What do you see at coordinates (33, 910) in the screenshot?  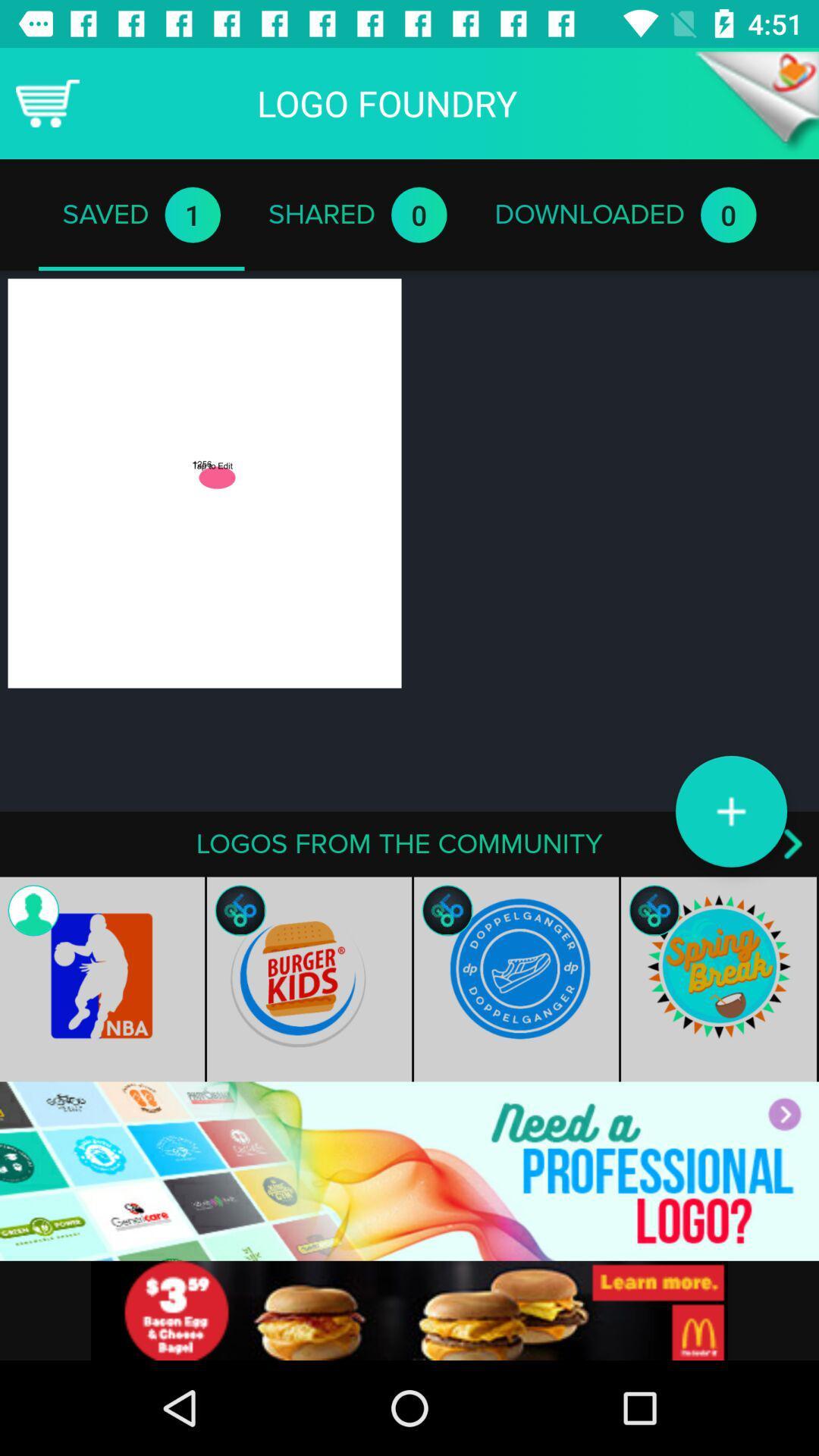 I see `the contact icon` at bounding box center [33, 910].